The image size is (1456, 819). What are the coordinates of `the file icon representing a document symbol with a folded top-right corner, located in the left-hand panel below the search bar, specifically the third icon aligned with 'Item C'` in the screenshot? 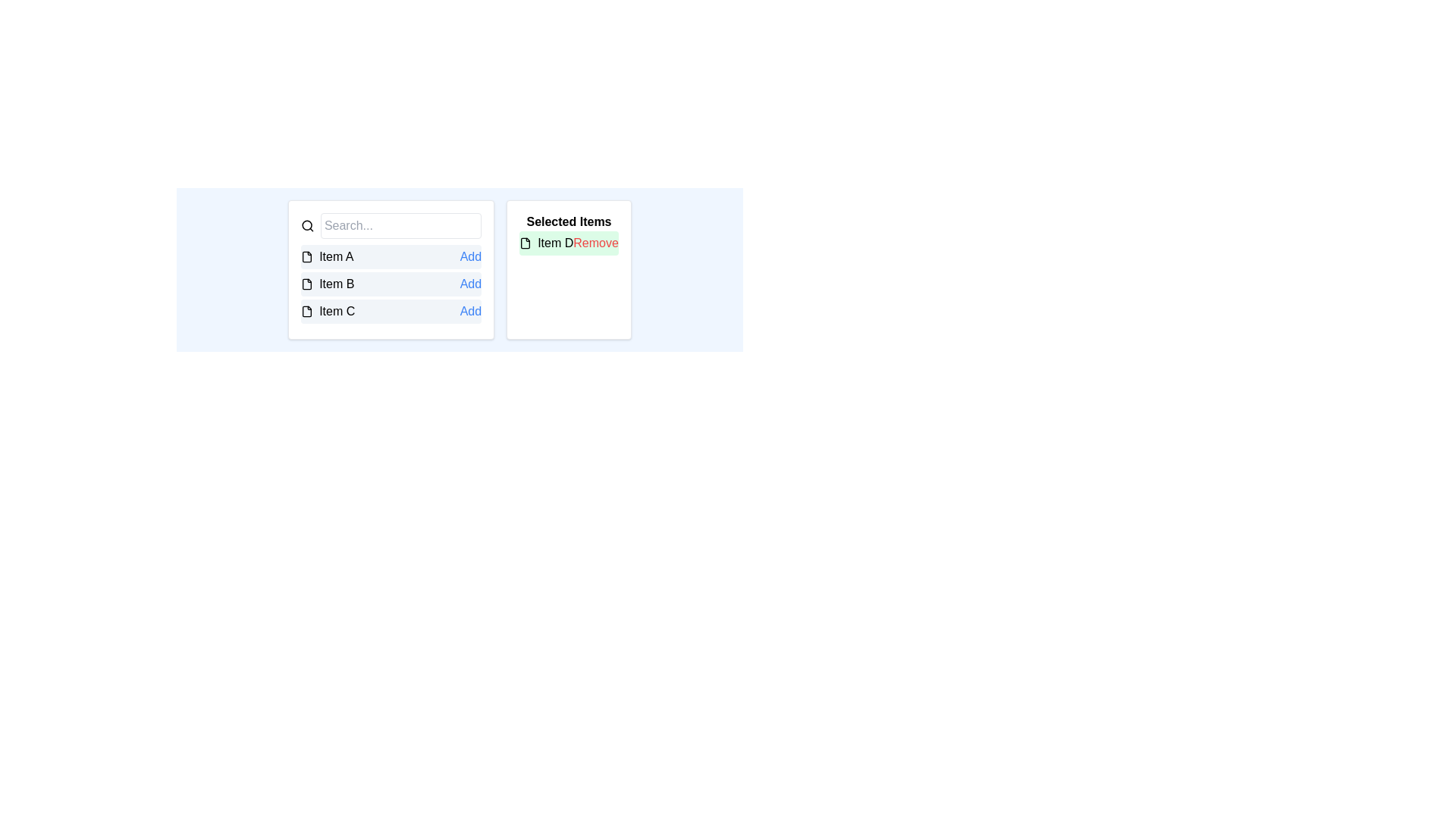 It's located at (306, 311).